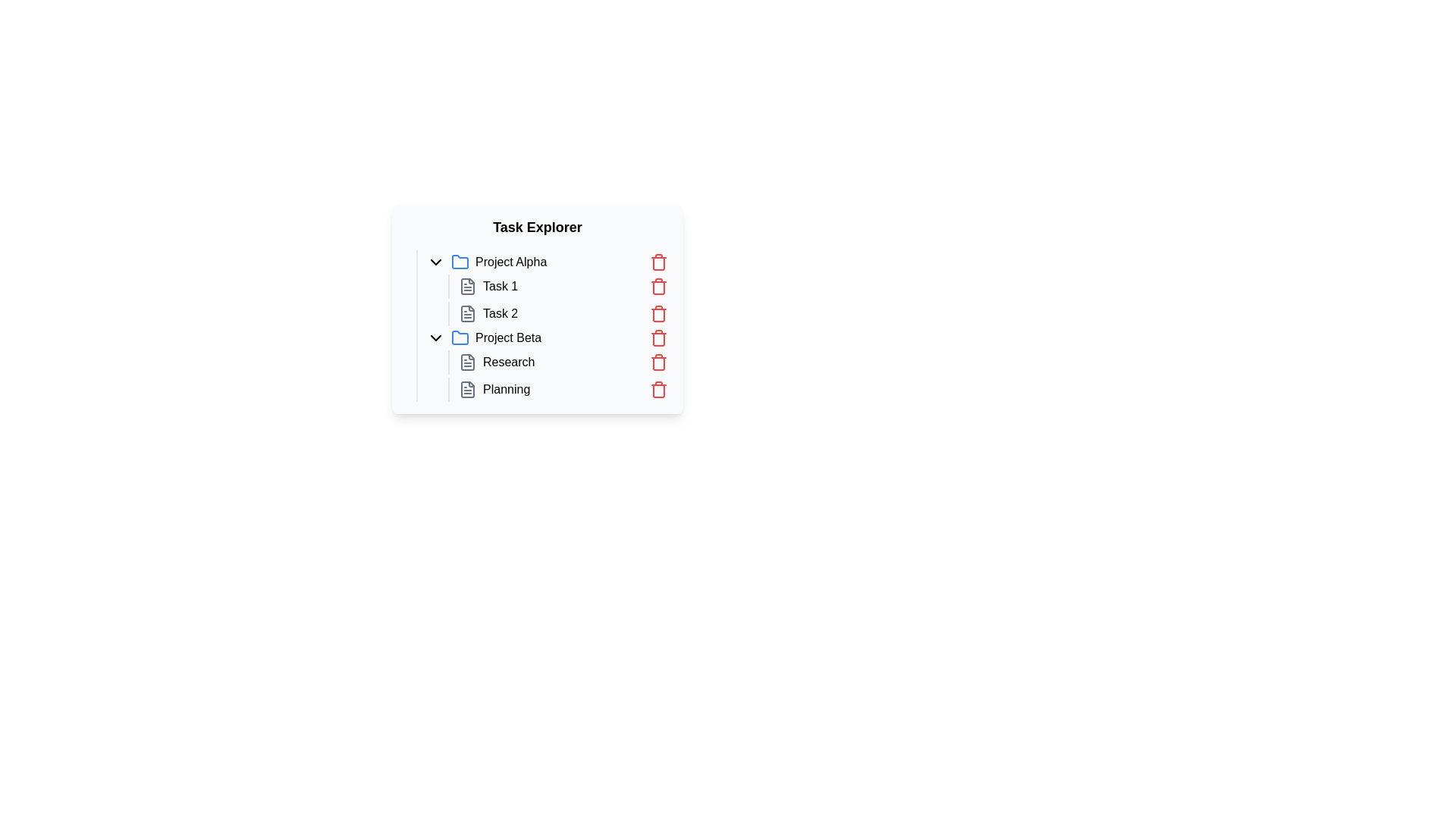 Image resolution: width=1456 pixels, height=819 pixels. What do you see at coordinates (467, 362) in the screenshot?
I see `the 'Research' icon in the Task Explorer, which is positioned to the far left in the 'Research' row under the expanded 'Project Beta' group` at bounding box center [467, 362].